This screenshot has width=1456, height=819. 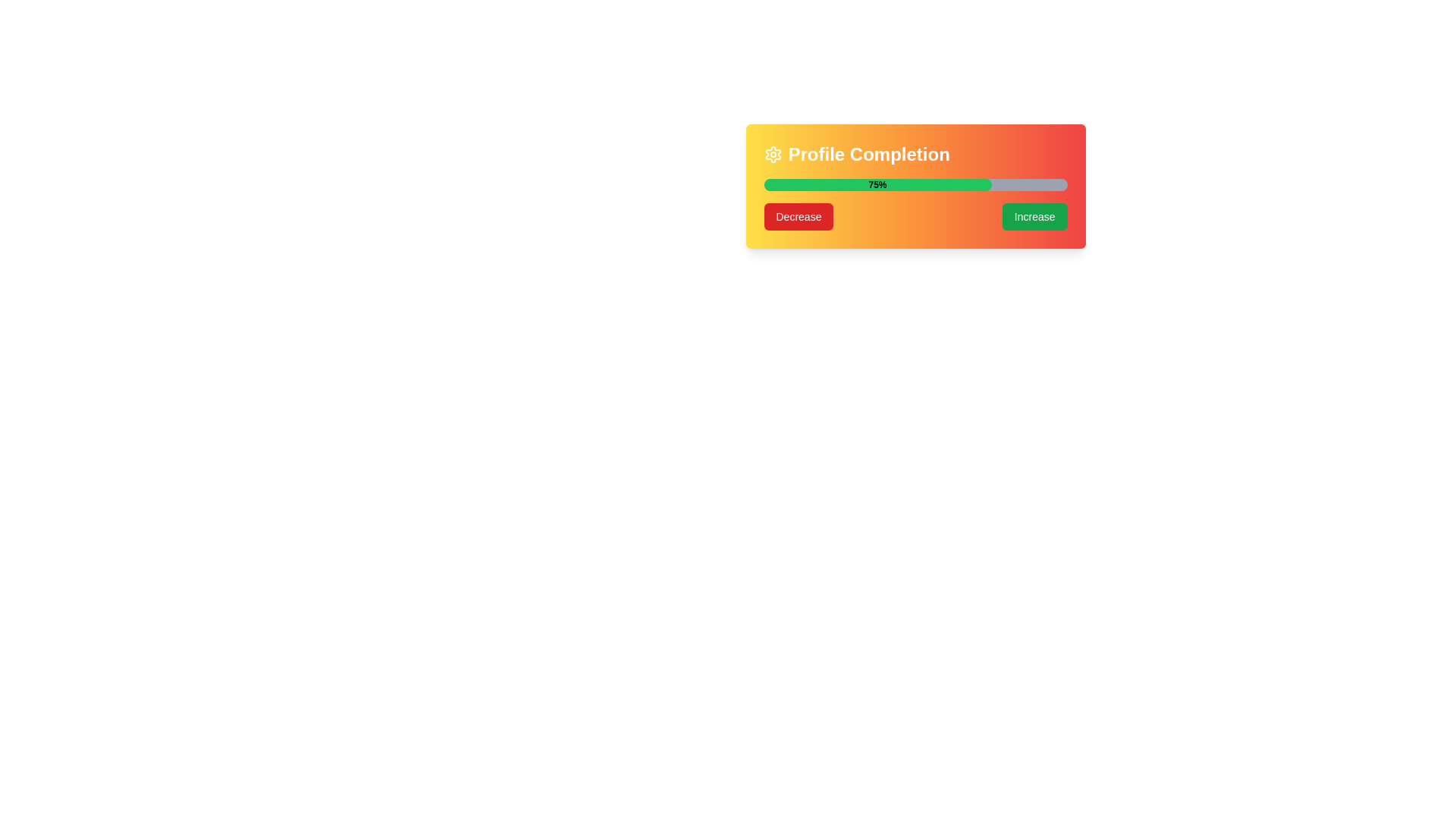 What do you see at coordinates (798, 216) in the screenshot?
I see `the button located to the left of the 'Increase' button to decrease the profile completion percentage` at bounding box center [798, 216].